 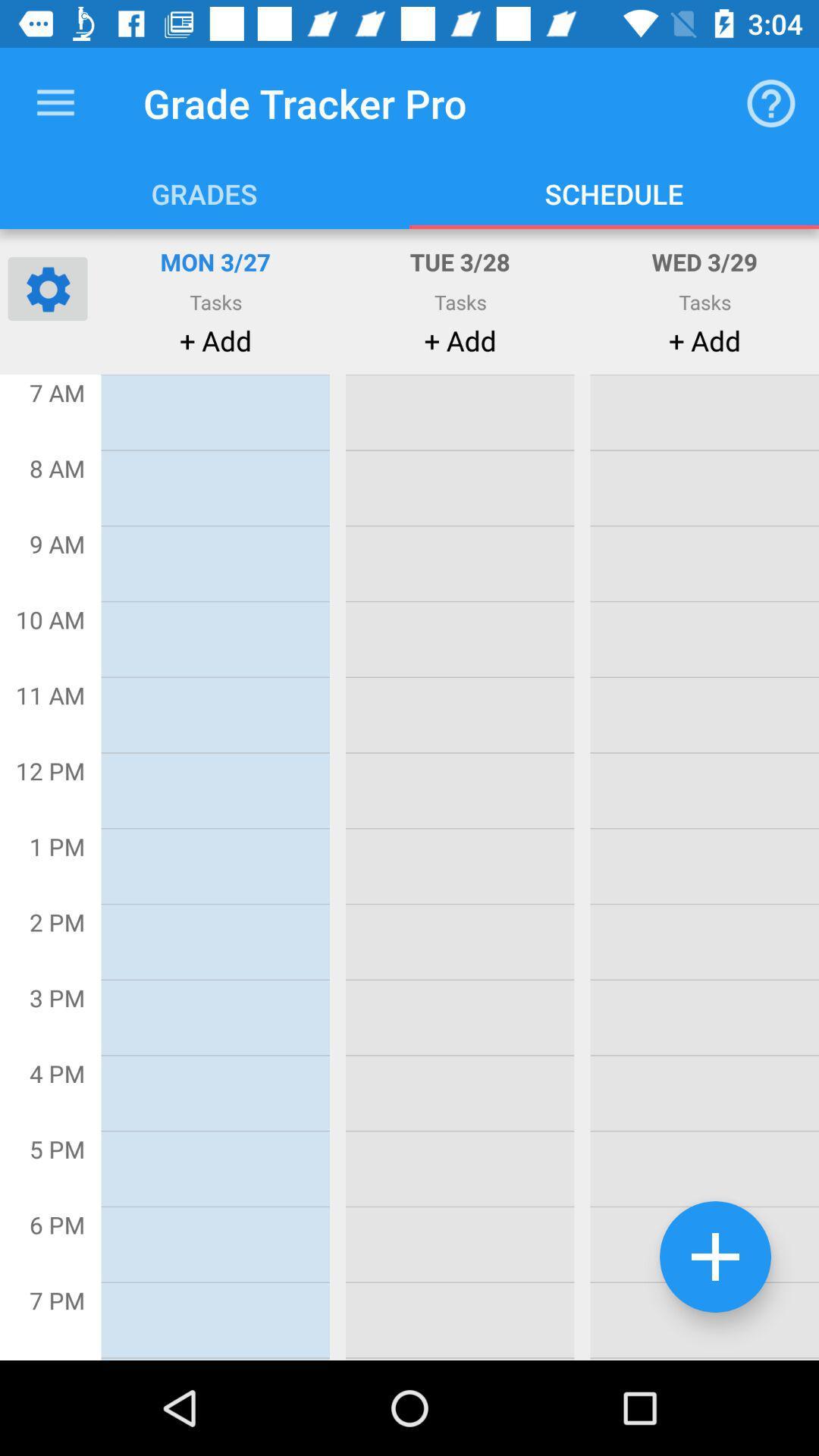 What do you see at coordinates (715, 1257) in the screenshot?
I see `the add icon` at bounding box center [715, 1257].